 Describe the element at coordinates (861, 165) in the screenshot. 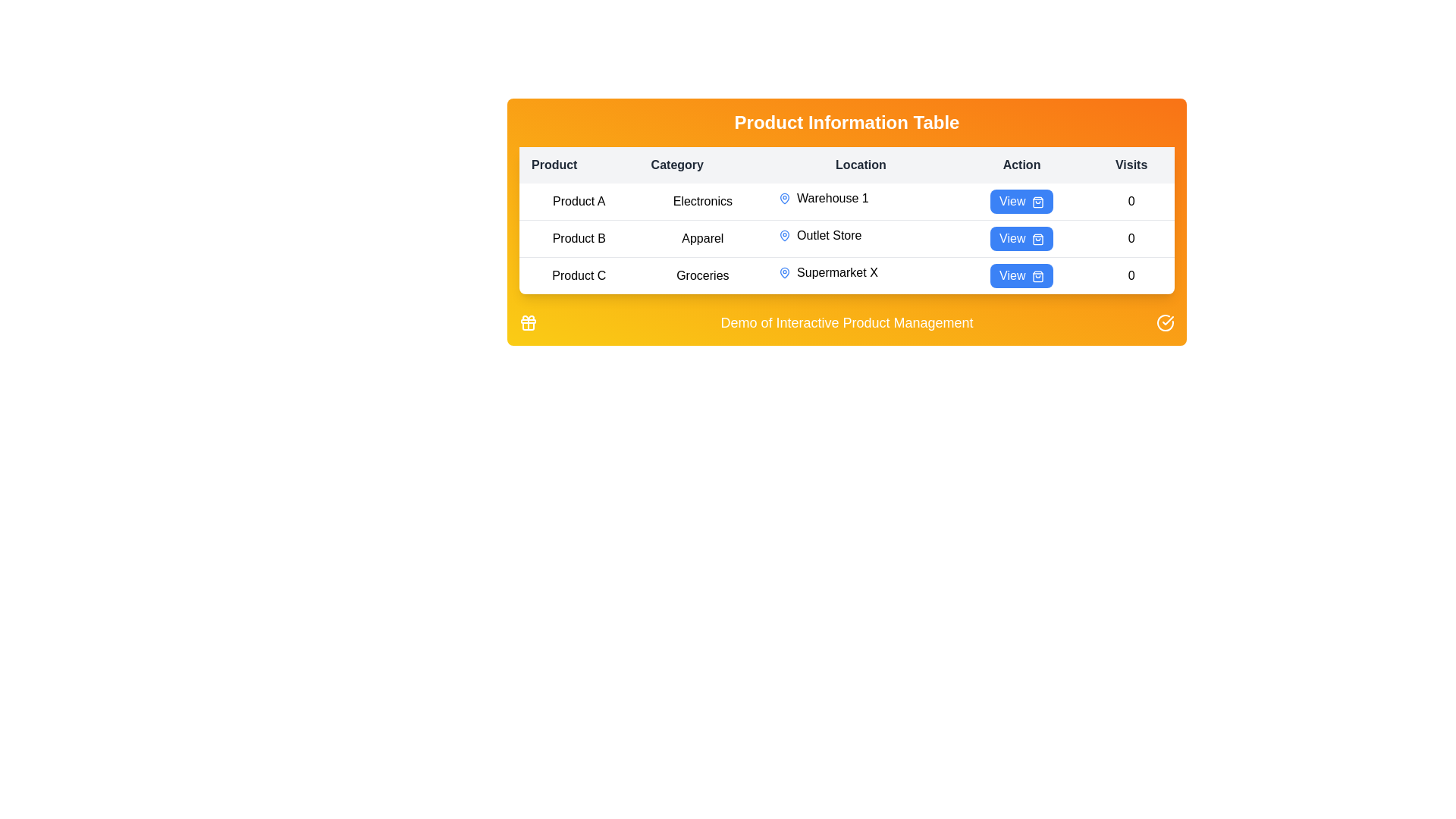

I see `the 'Location' column header label, which is the third header in the table, positioned between 'Category' and 'Action'` at that location.